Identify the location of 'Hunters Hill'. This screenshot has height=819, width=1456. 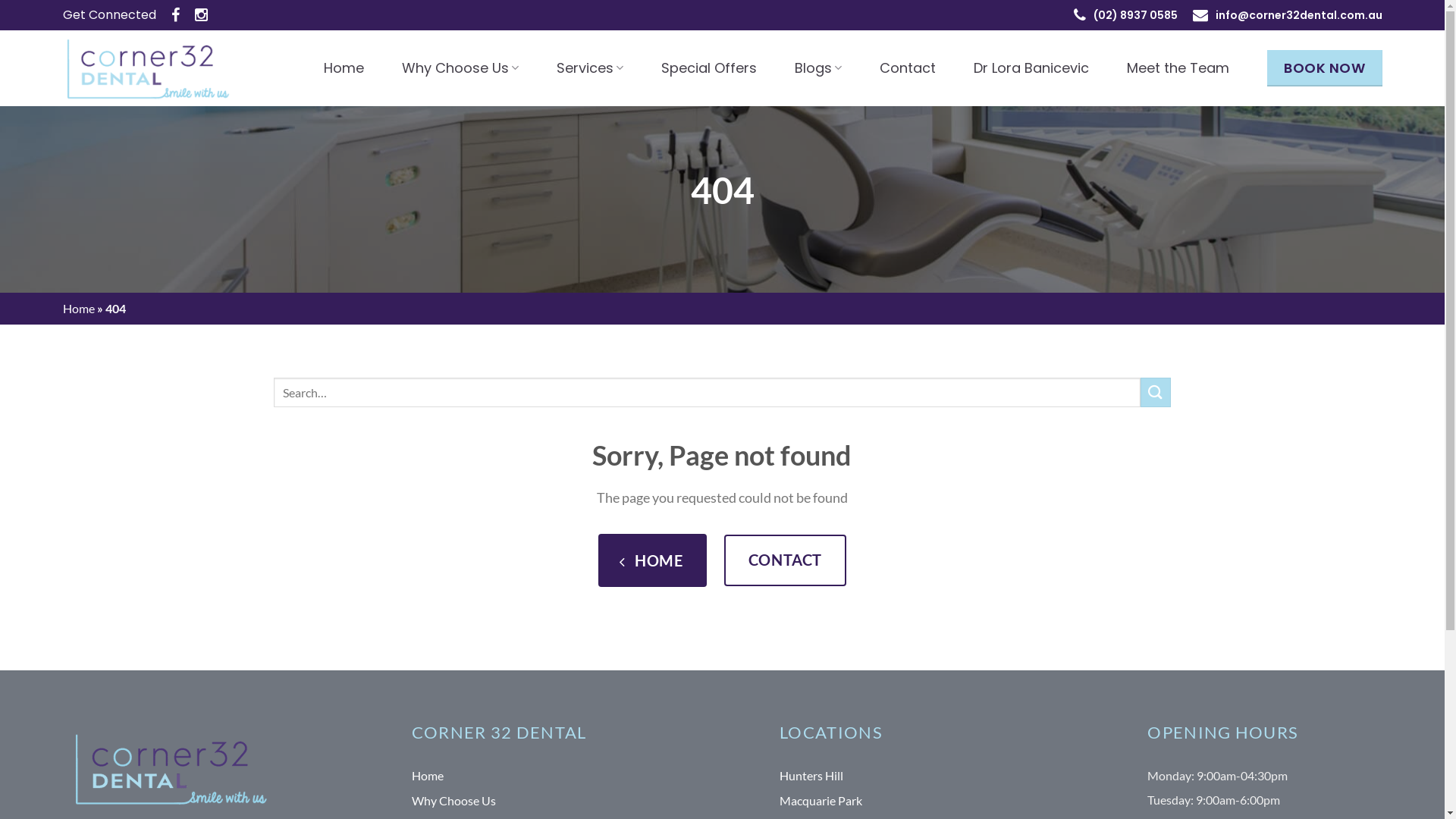
(811, 776).